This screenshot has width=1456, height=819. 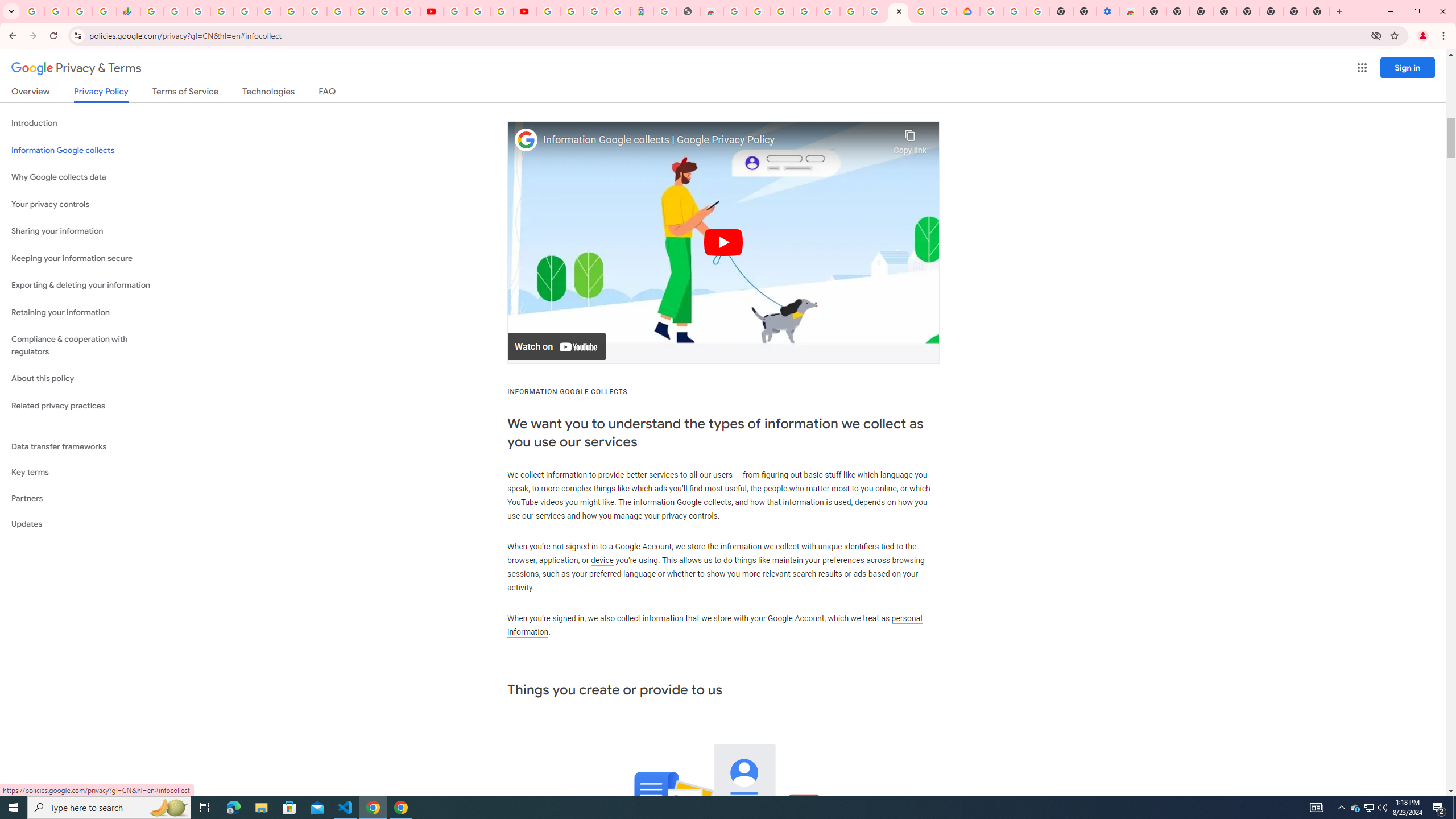 I want to click on 'Copy link', so click(x=909, y=139).